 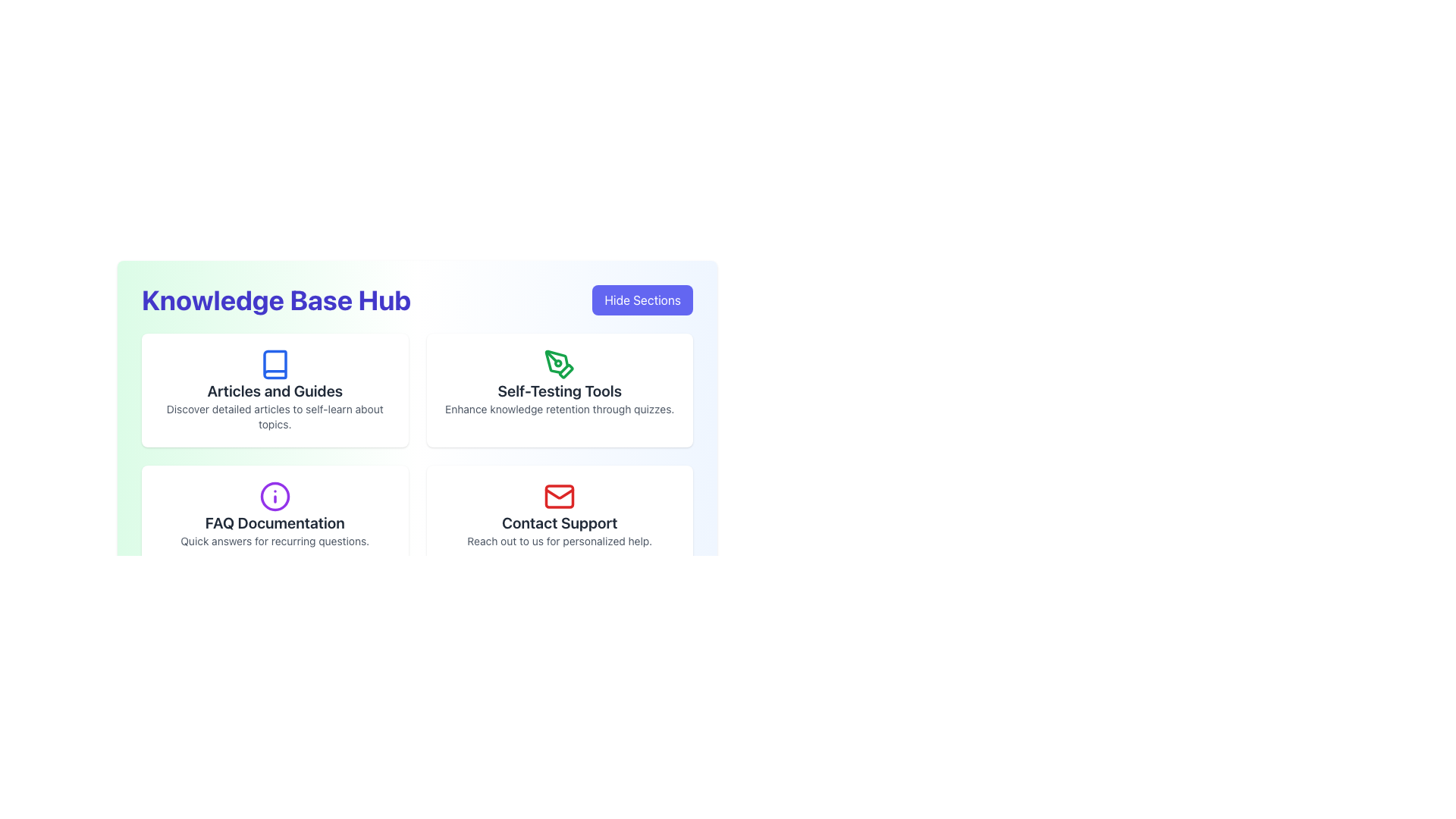 I want to click on the text element that reads 'Reach out to us for personalized help.' which is styled with a small font size and gray color, located below the 'Contact Support' heading in a card layout, so click(x=559, y=540).